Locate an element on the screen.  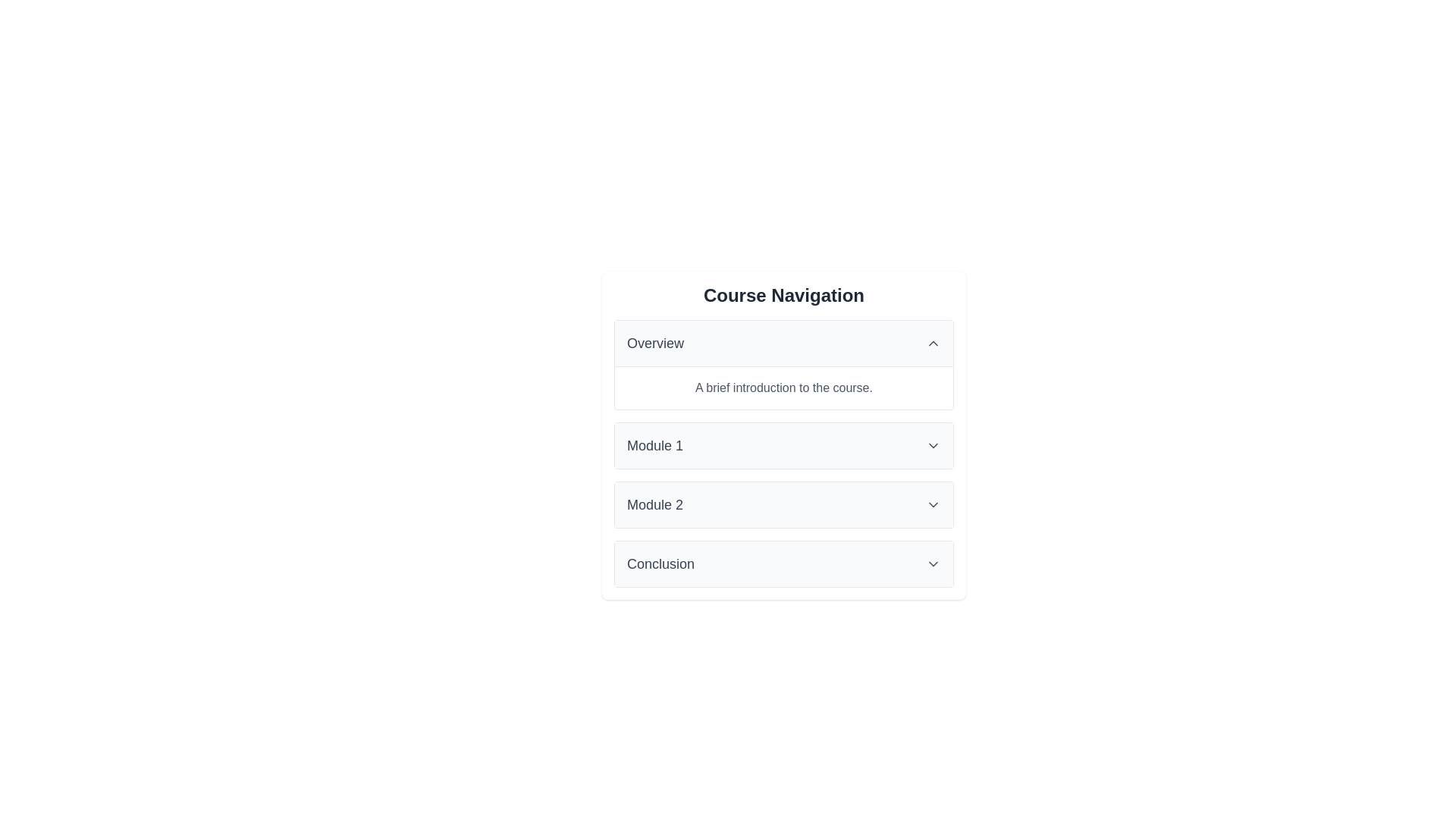
the chevron icon located to the far right of the 'Conclusion' section in the navigation menu, which indicates the ability to expand or collapse this section is located at coordinates (932, 564).